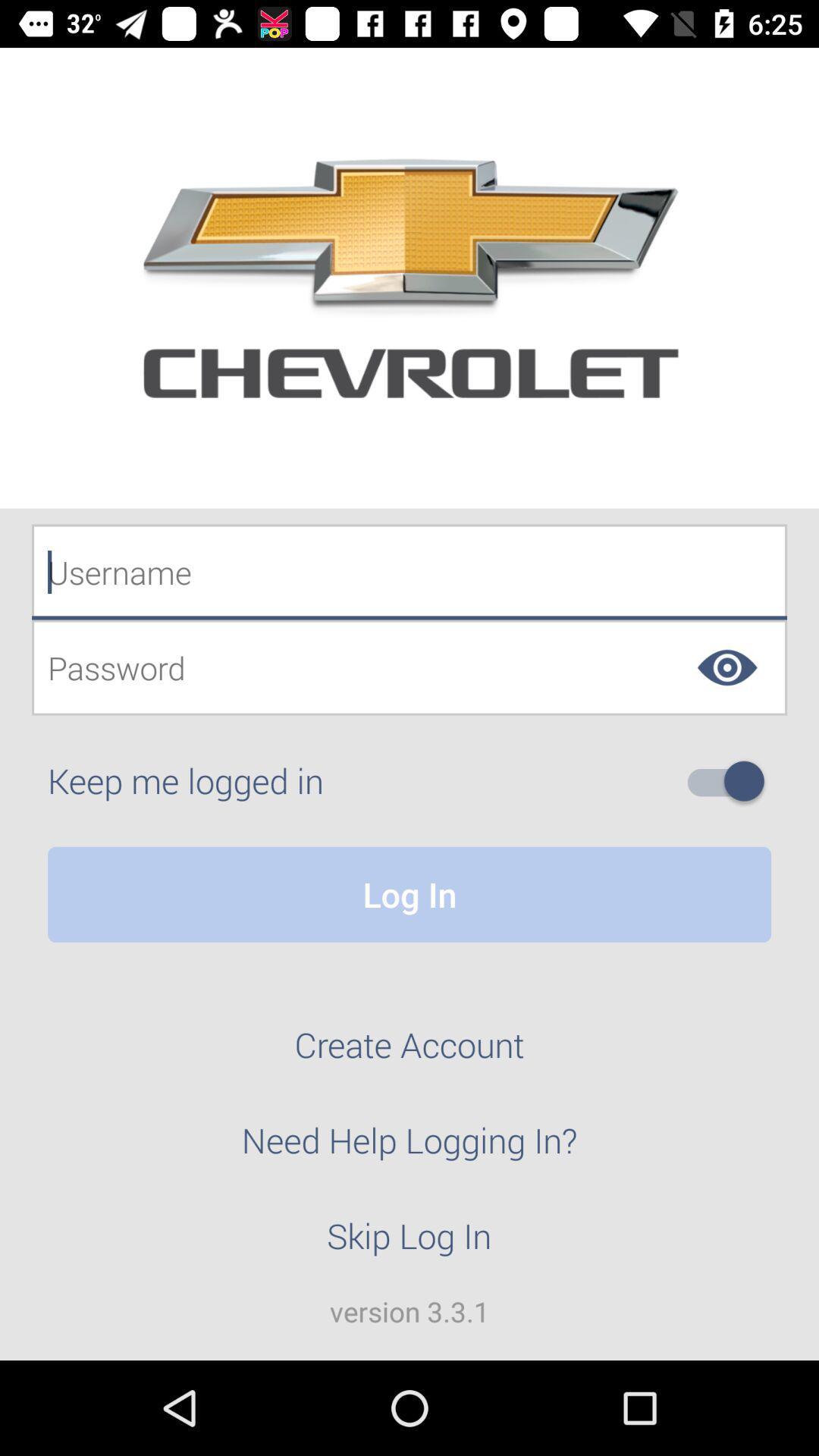 The height and width of the screenshot is (1456, 819). Describe the element at coordinates (409, 1149) in the screenshot. I see `need help logging item` at that location.